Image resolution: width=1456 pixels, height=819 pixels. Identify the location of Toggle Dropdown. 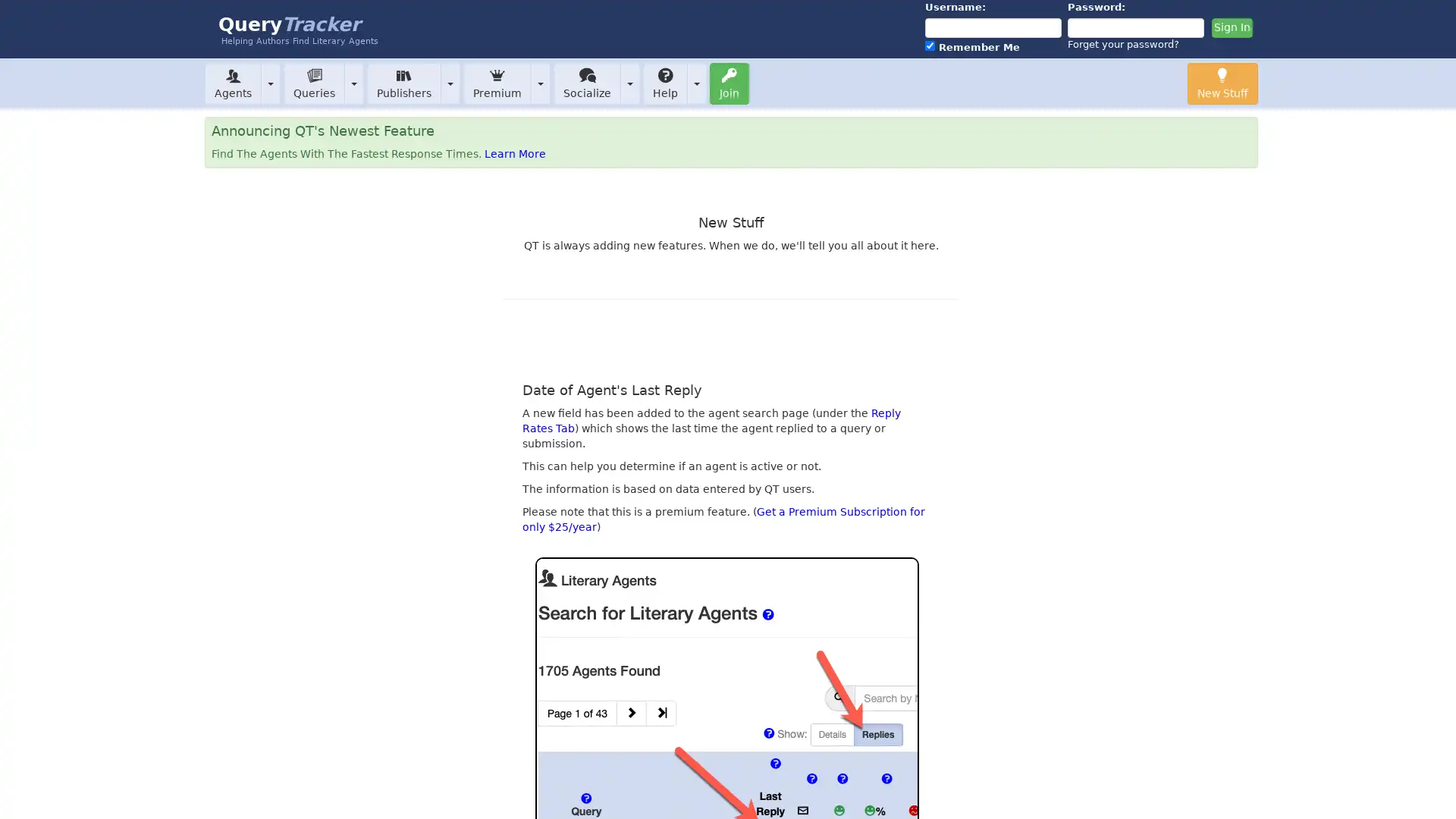
(450, 83).